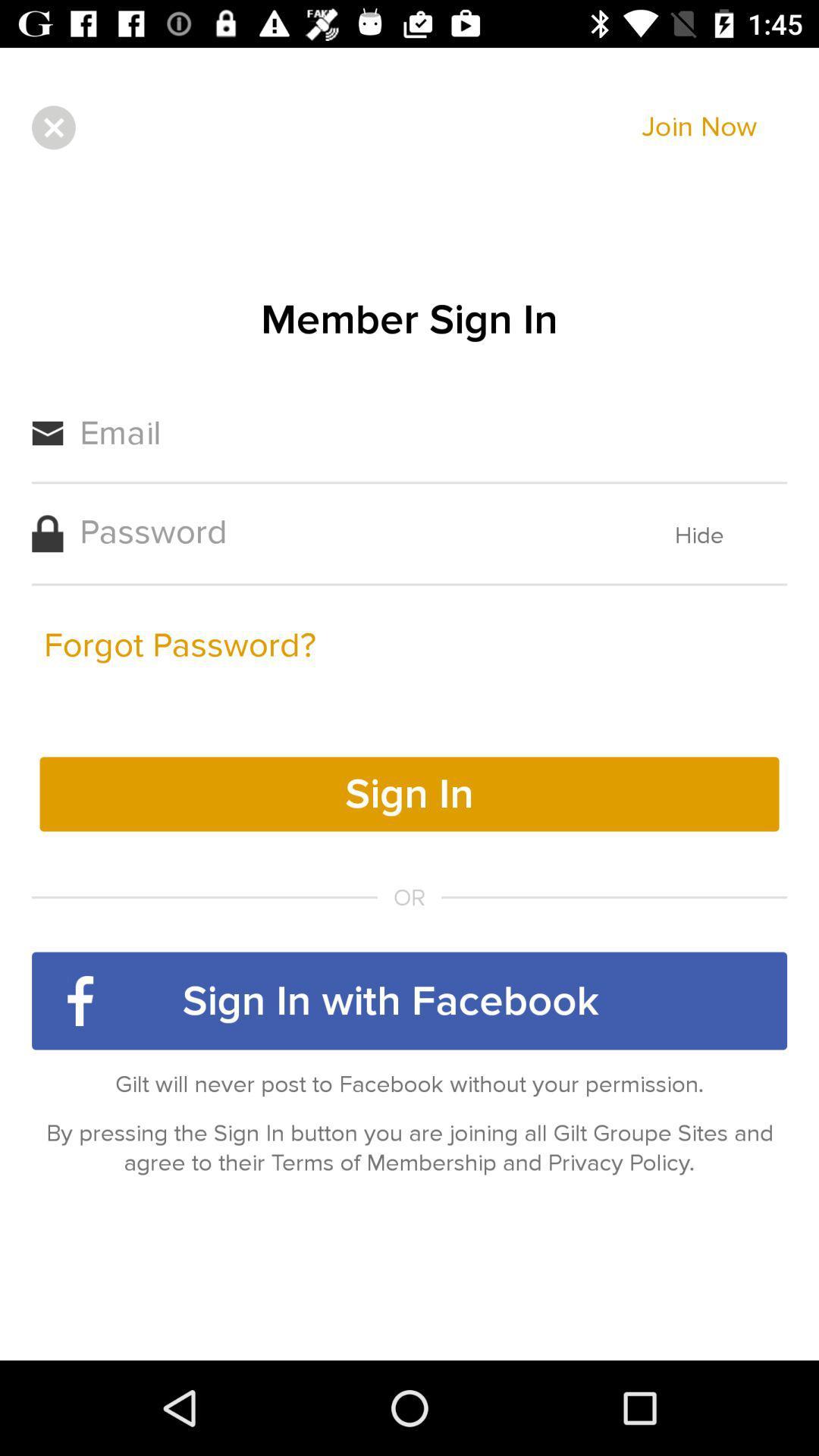 This screenshot has height=1456, width=819. Describe the element at coordinates (699, 535) in the screenshot. I see `icon on the right` at that location.